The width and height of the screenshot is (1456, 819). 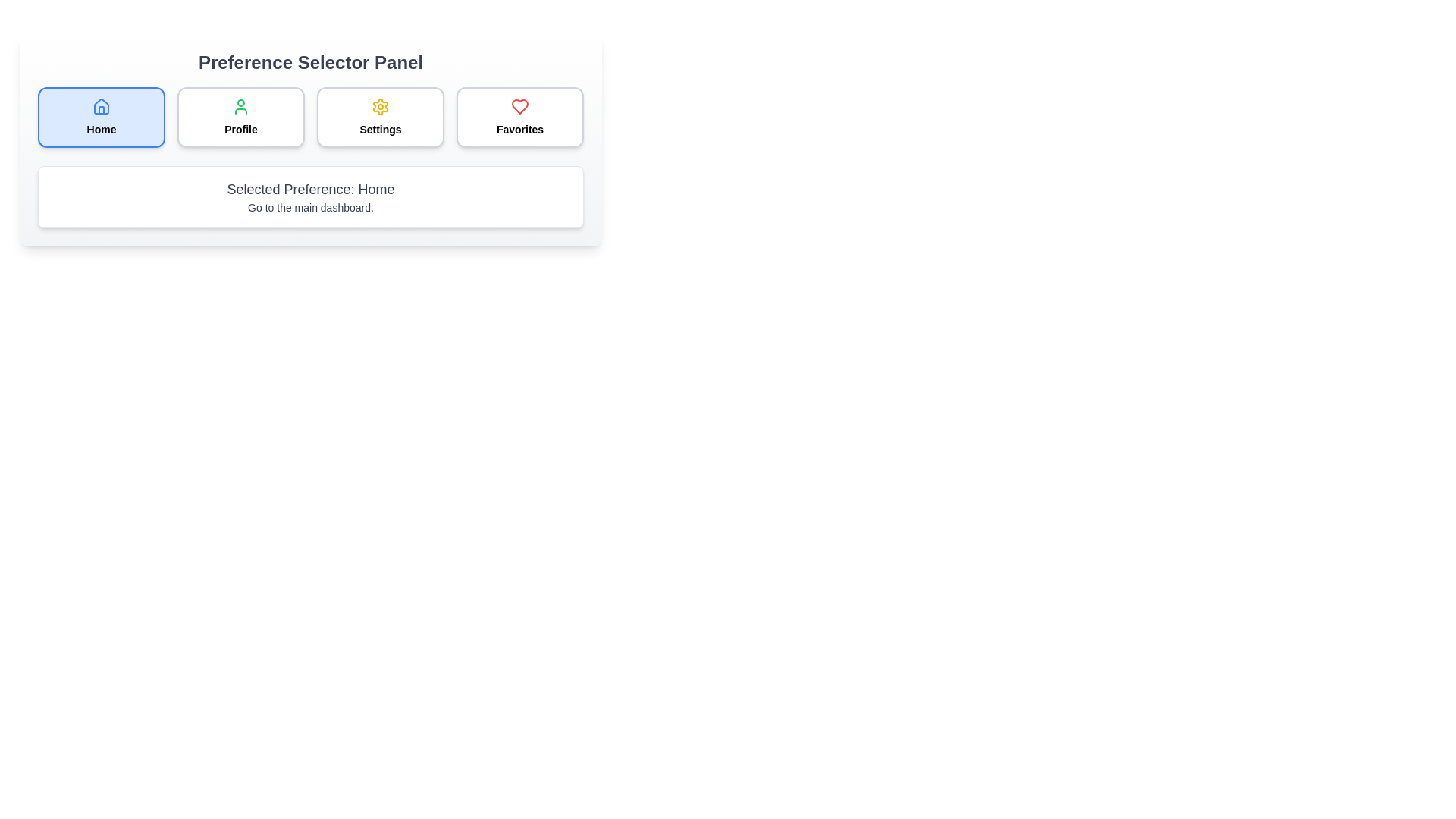 I want to click on the gear-shaped icon, which is centrally placed within the 'Settings' button, so click(x=381, y=106).